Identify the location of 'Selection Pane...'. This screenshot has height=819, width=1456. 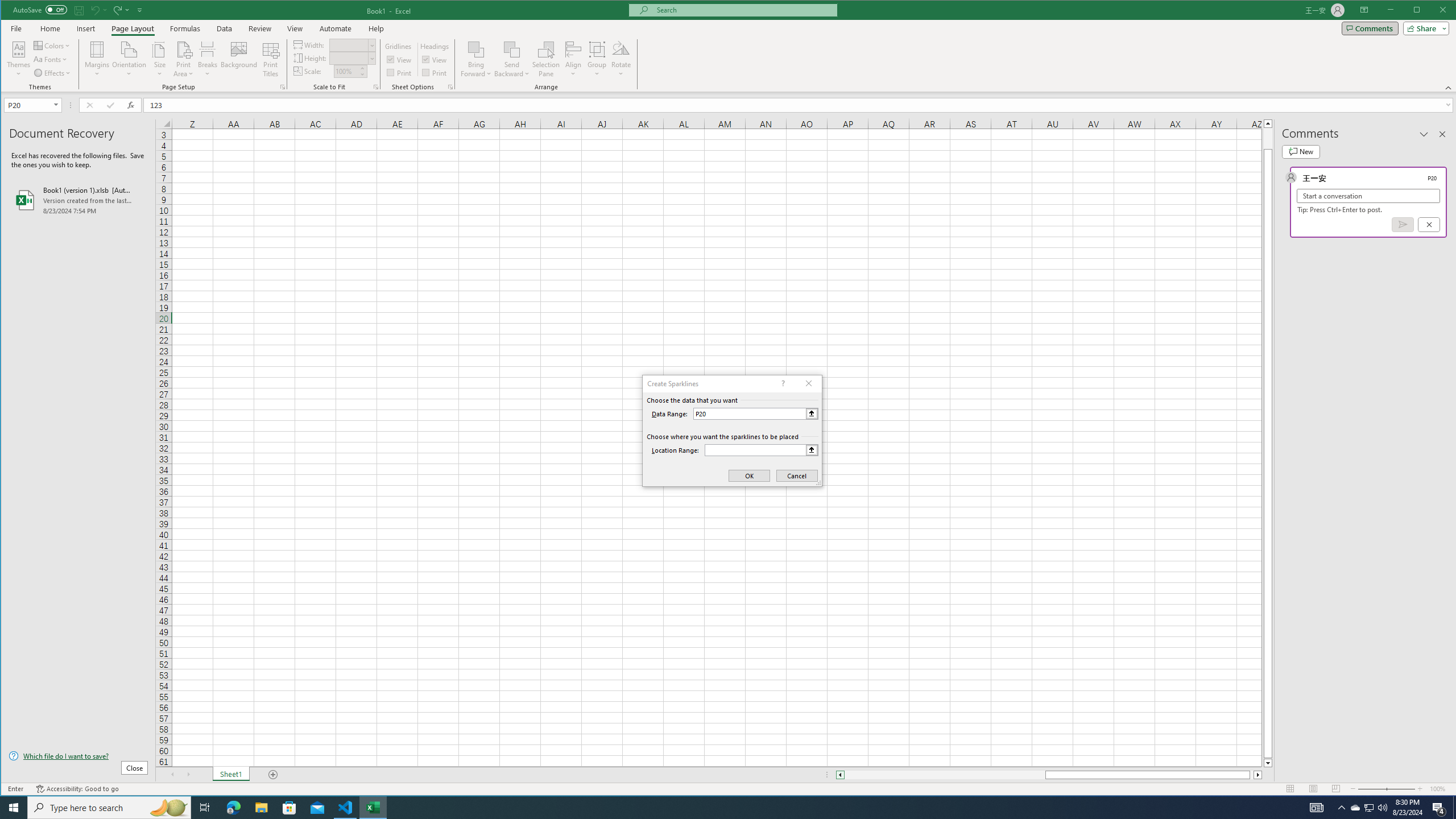
(547, 59).